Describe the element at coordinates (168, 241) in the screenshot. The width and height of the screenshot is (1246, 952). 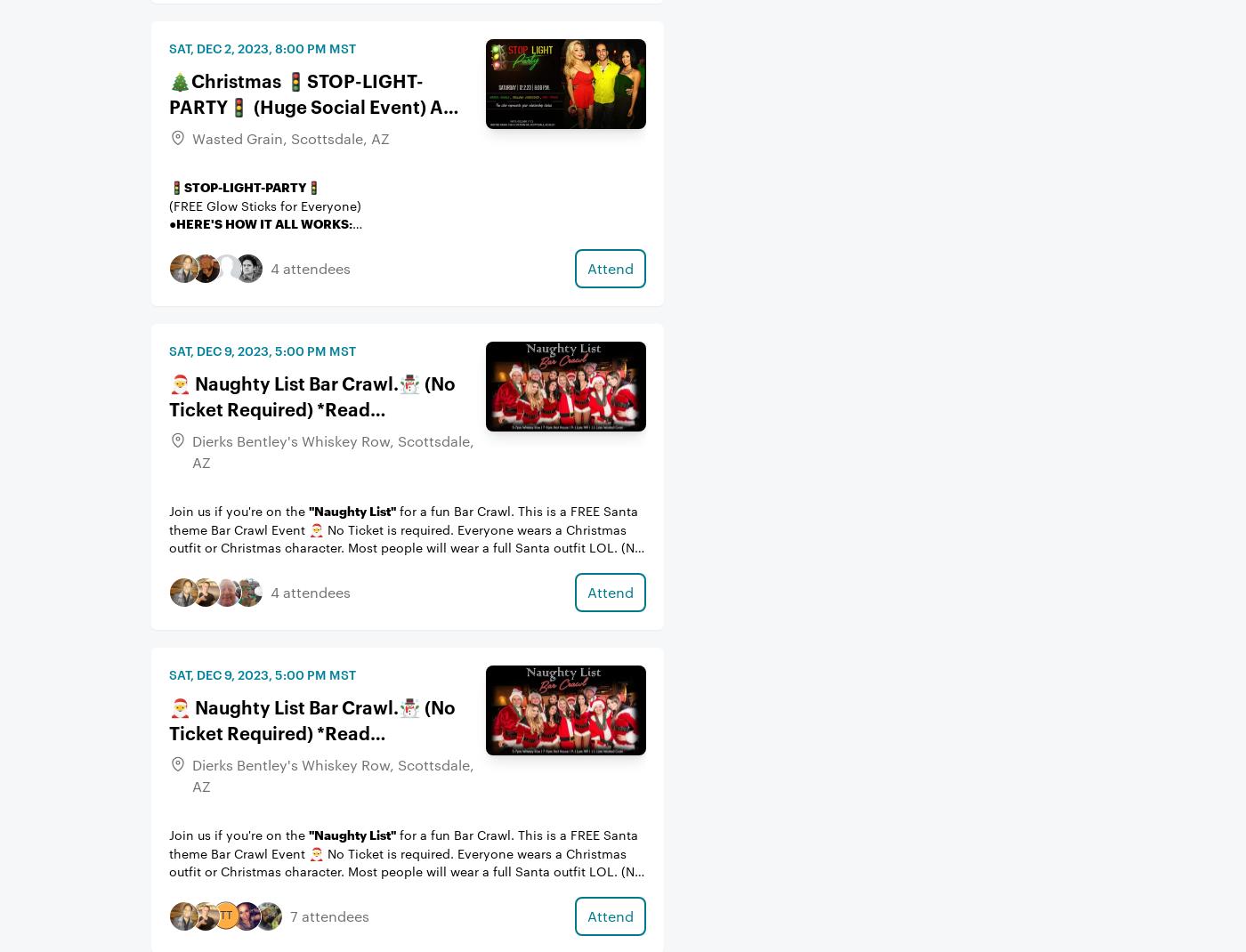
I see `'● (Green) = Single & Available.'` at that location.